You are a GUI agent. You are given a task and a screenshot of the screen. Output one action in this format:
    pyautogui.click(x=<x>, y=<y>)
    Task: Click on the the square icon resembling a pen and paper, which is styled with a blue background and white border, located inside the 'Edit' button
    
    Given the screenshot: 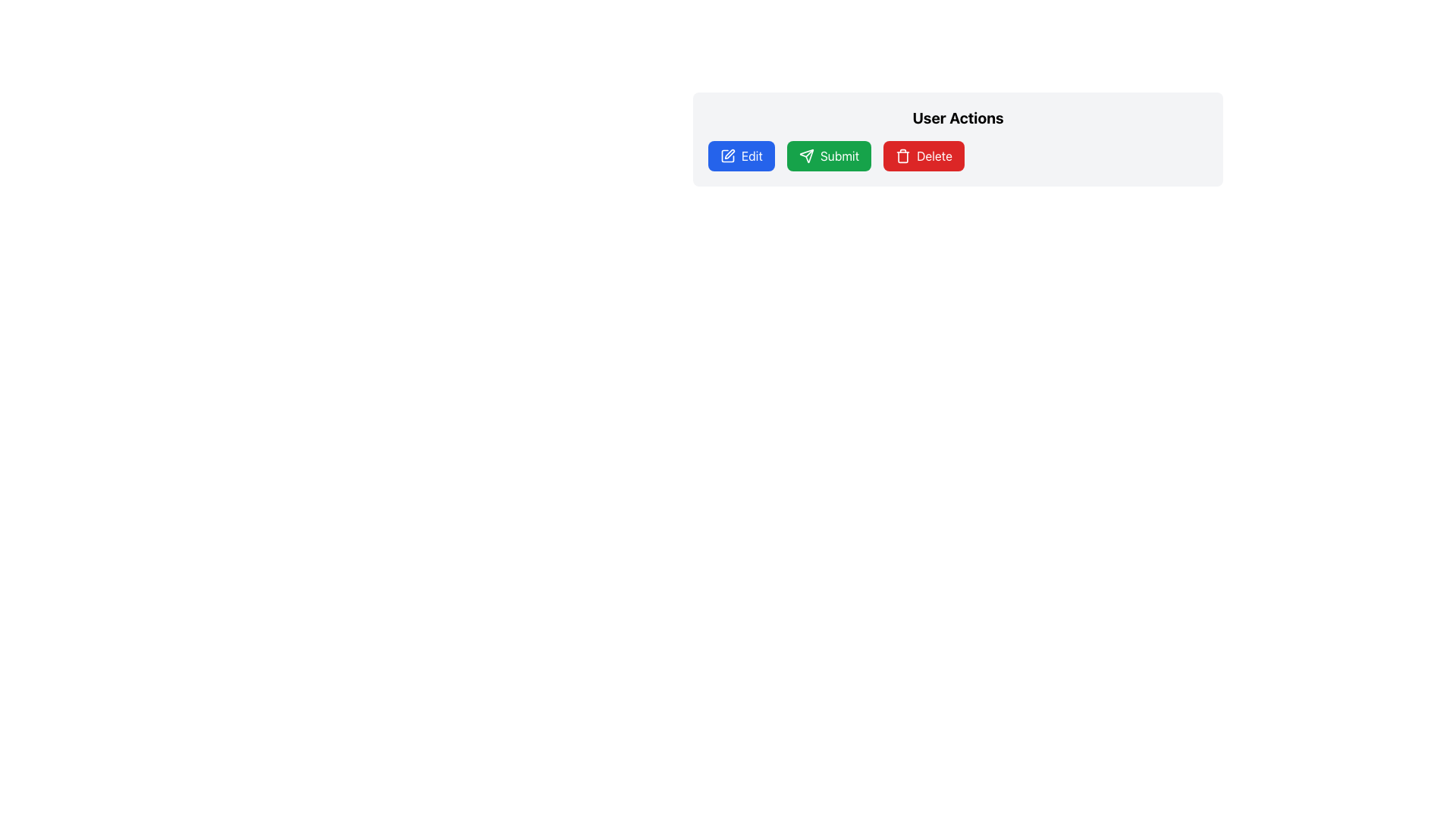 What is the action you would take?
    pyautogui.click(x=728, y=155)
    